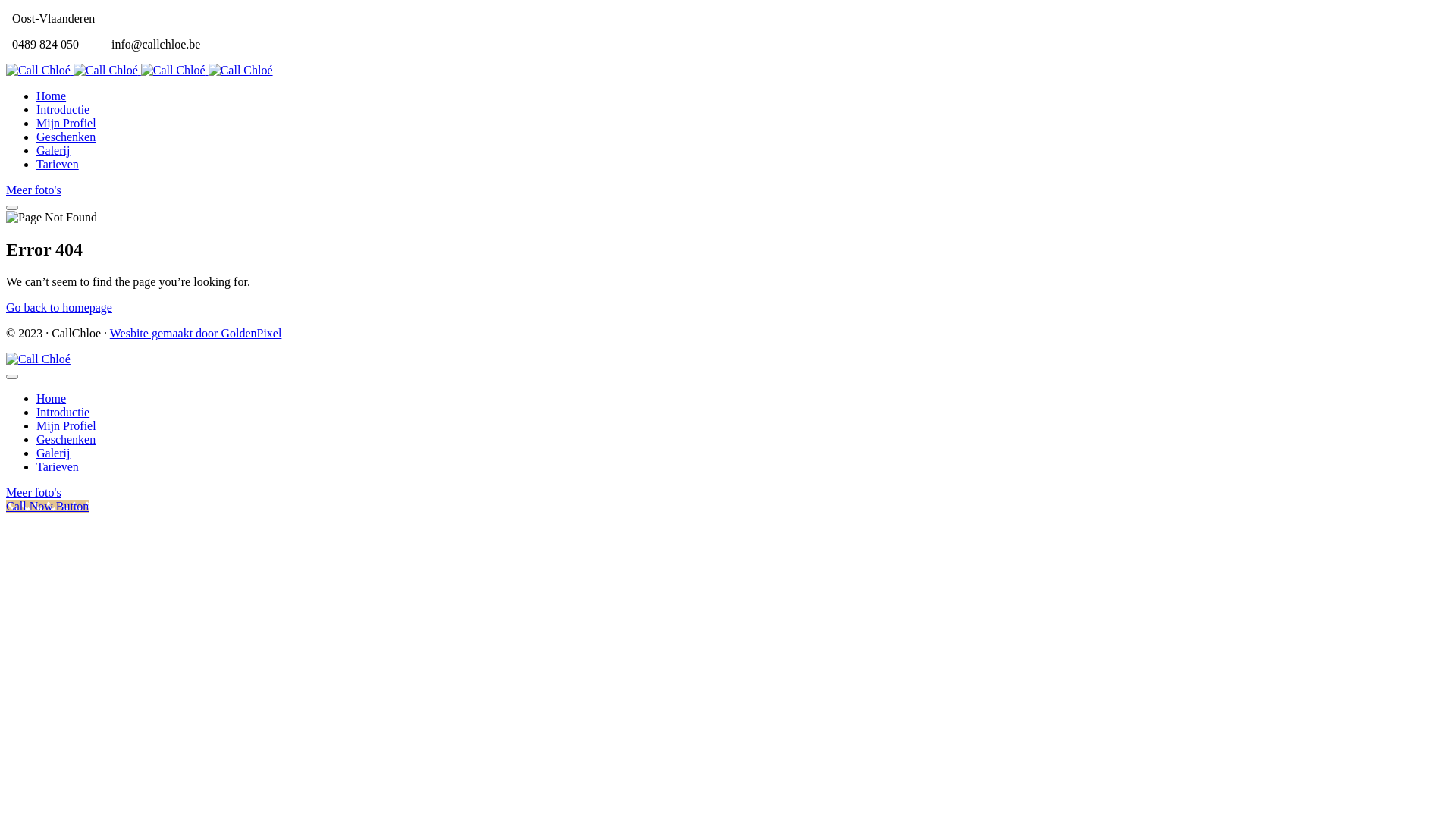 This screenshot has width=1456, height=819. Describe the element at coordinates (64, 136) in the screenshot. I see `'Geschenken'` at that location.